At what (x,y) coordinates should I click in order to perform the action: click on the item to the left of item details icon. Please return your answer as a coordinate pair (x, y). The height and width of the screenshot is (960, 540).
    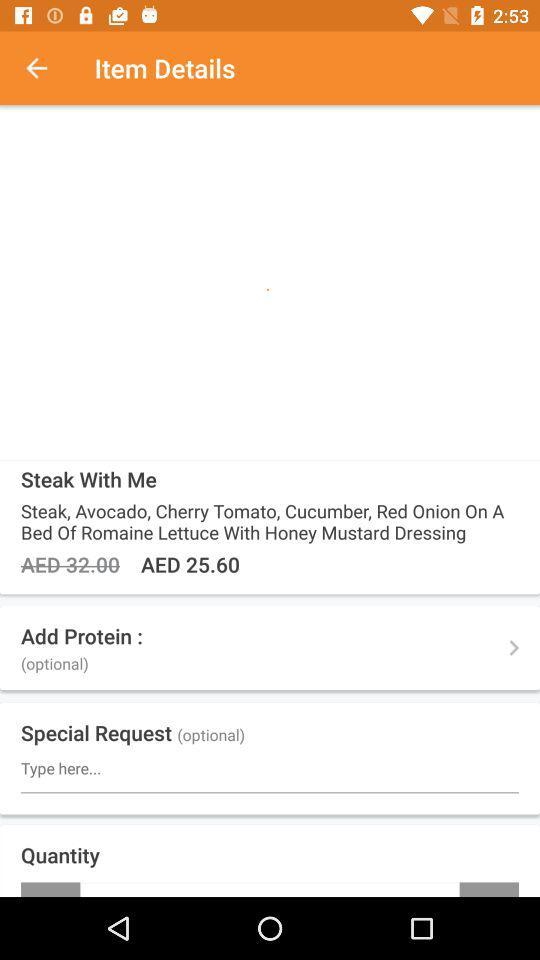
    Looking at the image, I should click on (47, 68).